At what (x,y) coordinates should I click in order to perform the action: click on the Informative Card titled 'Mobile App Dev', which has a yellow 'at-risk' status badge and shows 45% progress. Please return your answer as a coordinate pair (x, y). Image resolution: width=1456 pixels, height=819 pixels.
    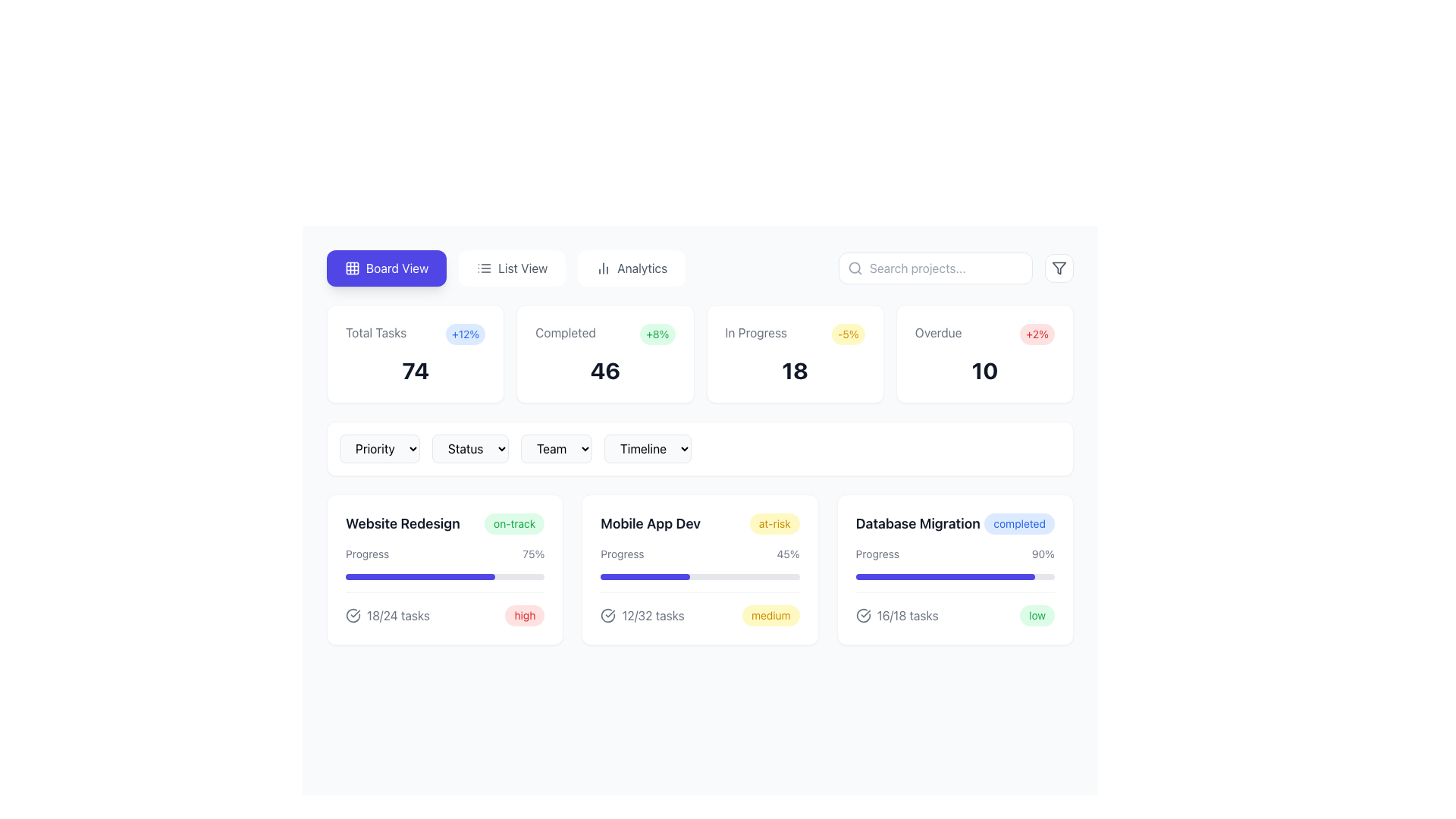
    Looking at the image, I should click on (699, 570).